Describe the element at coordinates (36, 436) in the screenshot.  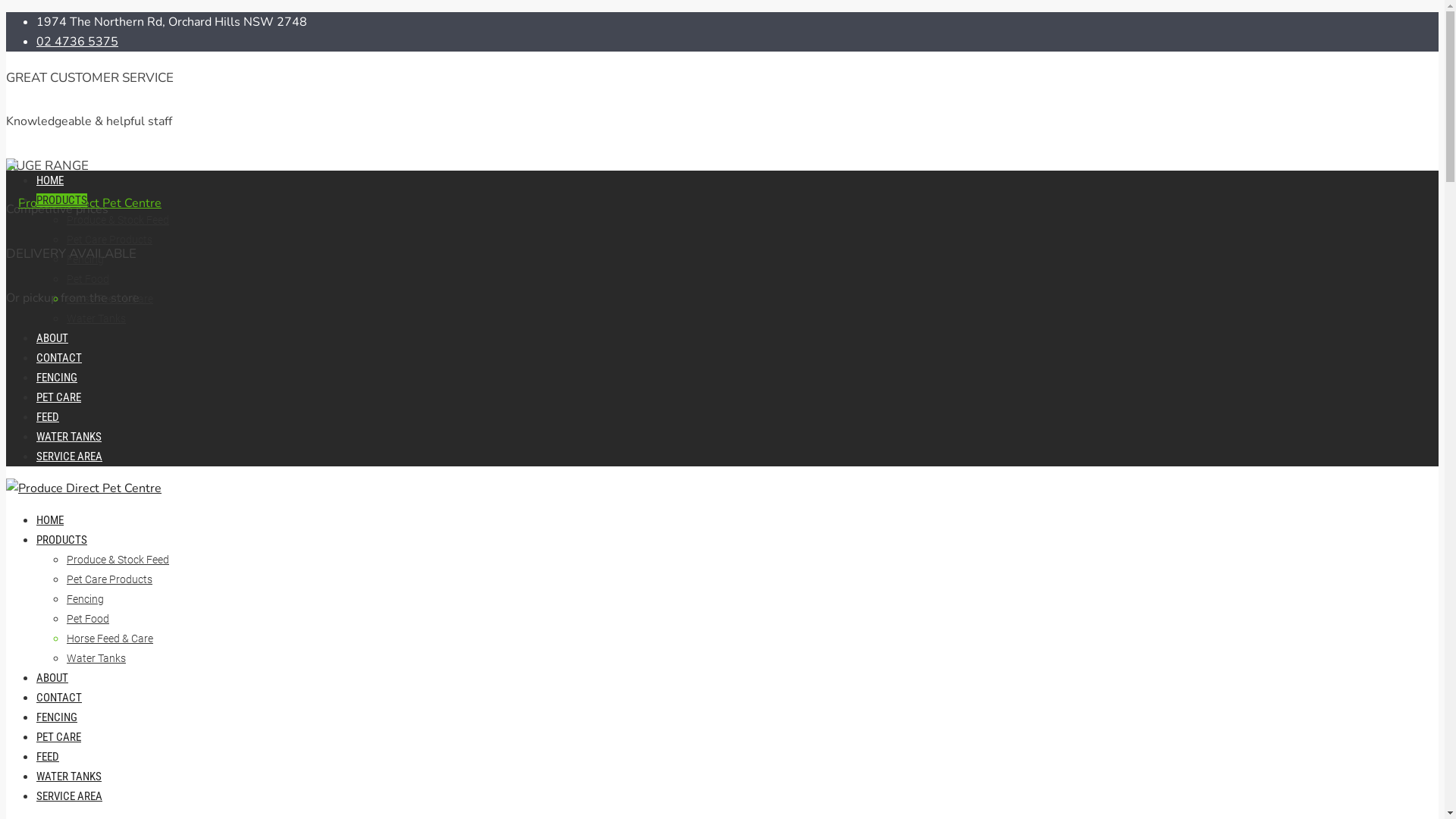
I see `'WATER TANKS'` at that location.